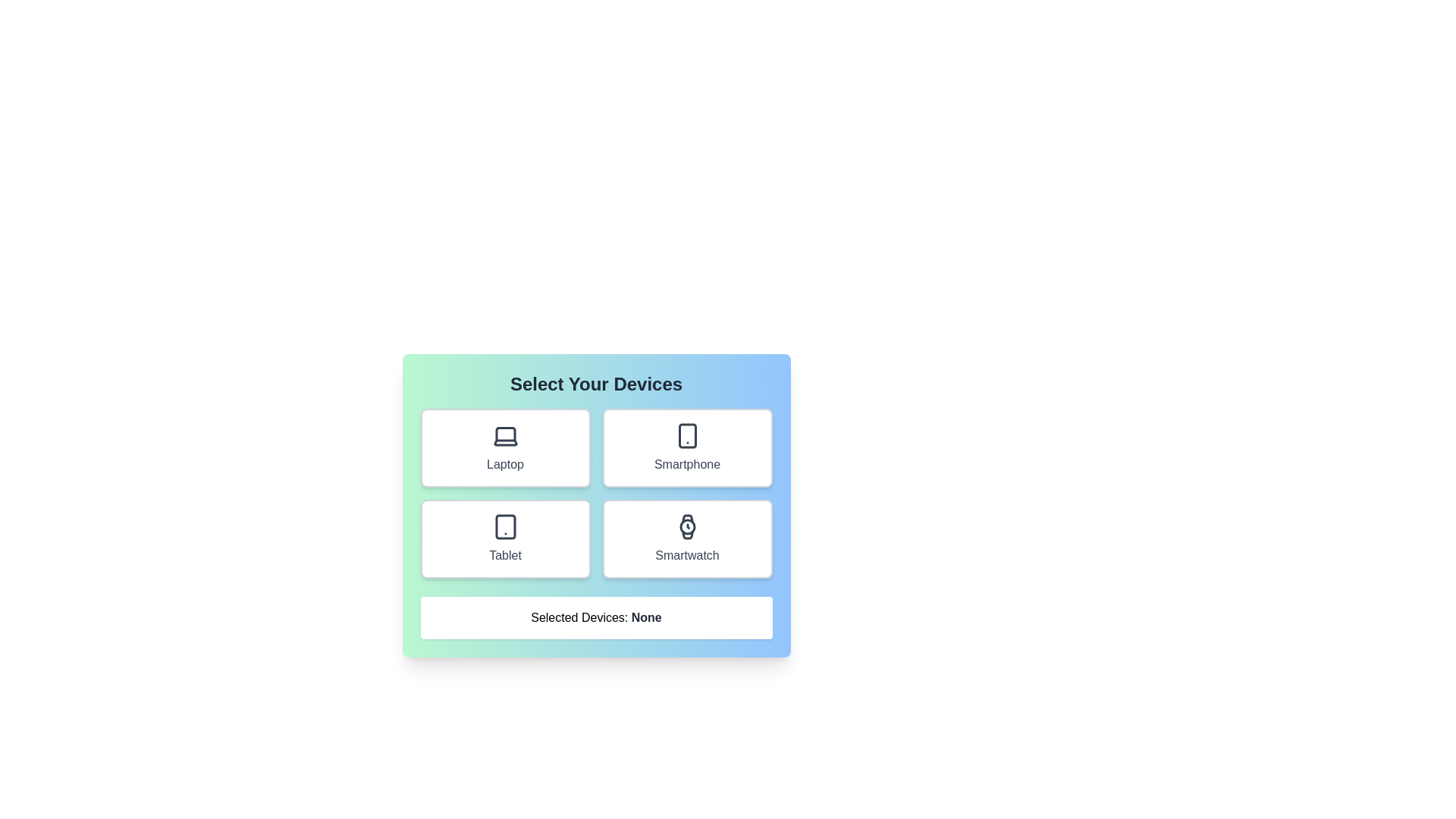  What do you see at coordinates (505, 538) in the screenshot?
I see `the Tablet button to toggle its selection` at bounding box center [505, 538].